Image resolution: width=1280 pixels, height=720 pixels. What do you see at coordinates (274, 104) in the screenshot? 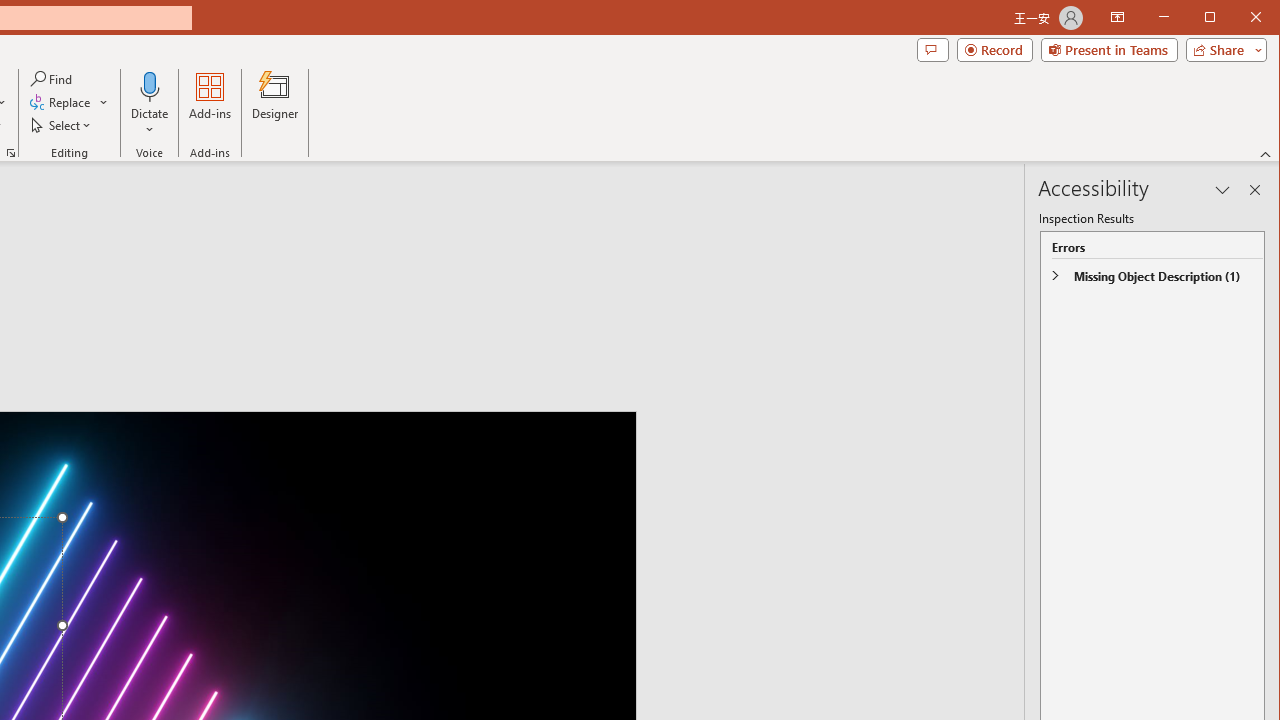
I see `'Designer'` at bounding box center [274, 104].